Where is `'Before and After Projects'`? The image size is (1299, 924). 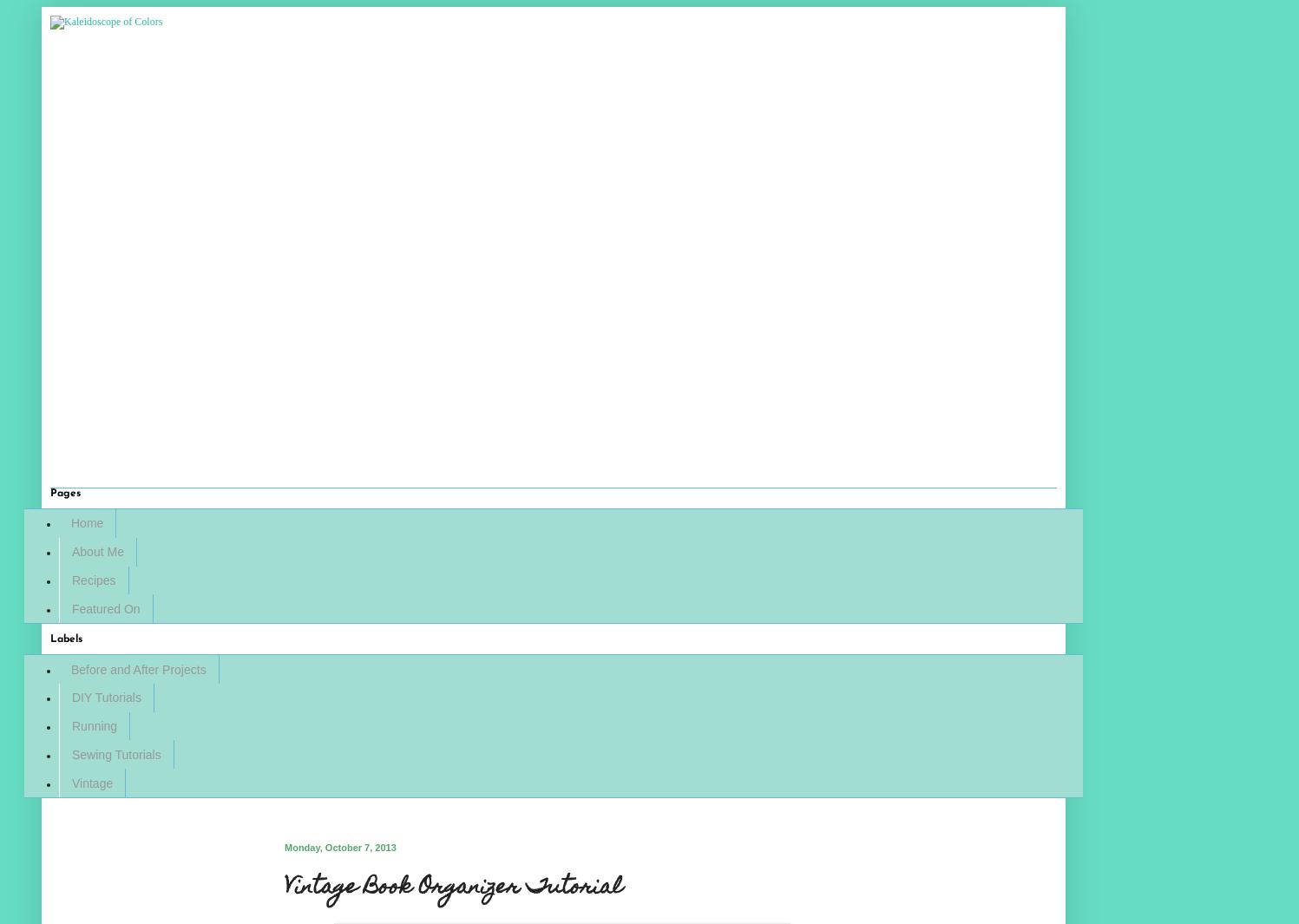
'Before and After Projects' is located at coordinates (137, 668).